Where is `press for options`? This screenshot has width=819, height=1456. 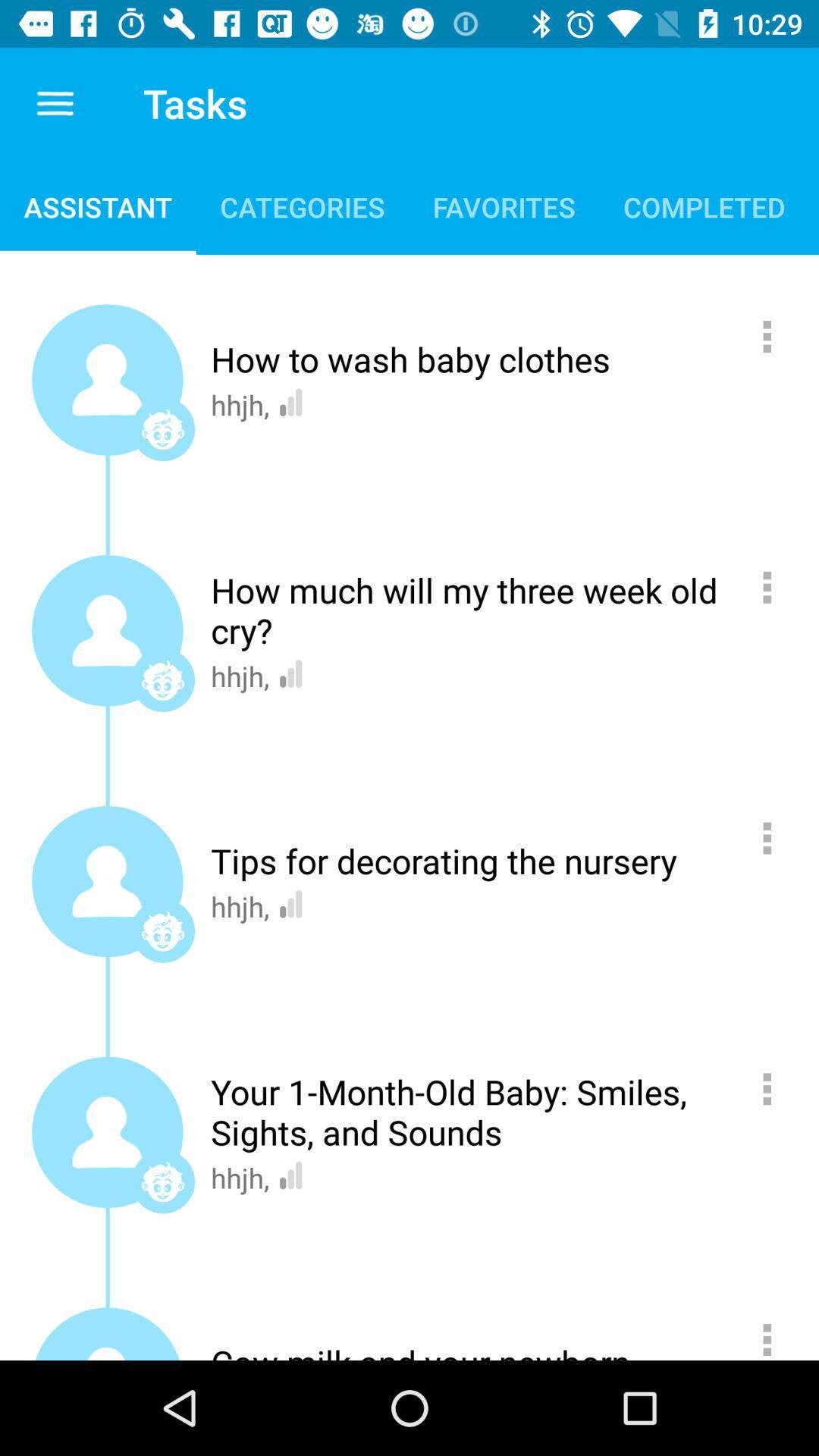
press for options is located at coordinates (775, 837).